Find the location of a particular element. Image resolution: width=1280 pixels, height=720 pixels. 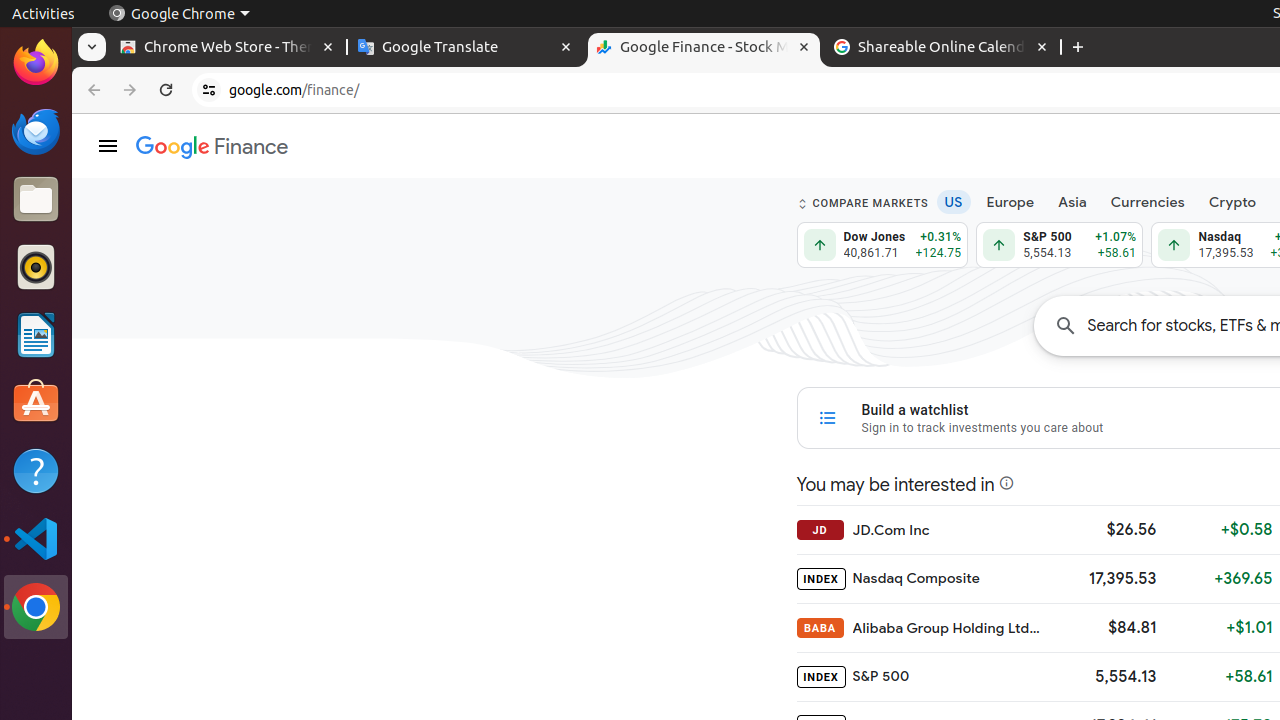

'View site information' is located at coordinates (209, 90).